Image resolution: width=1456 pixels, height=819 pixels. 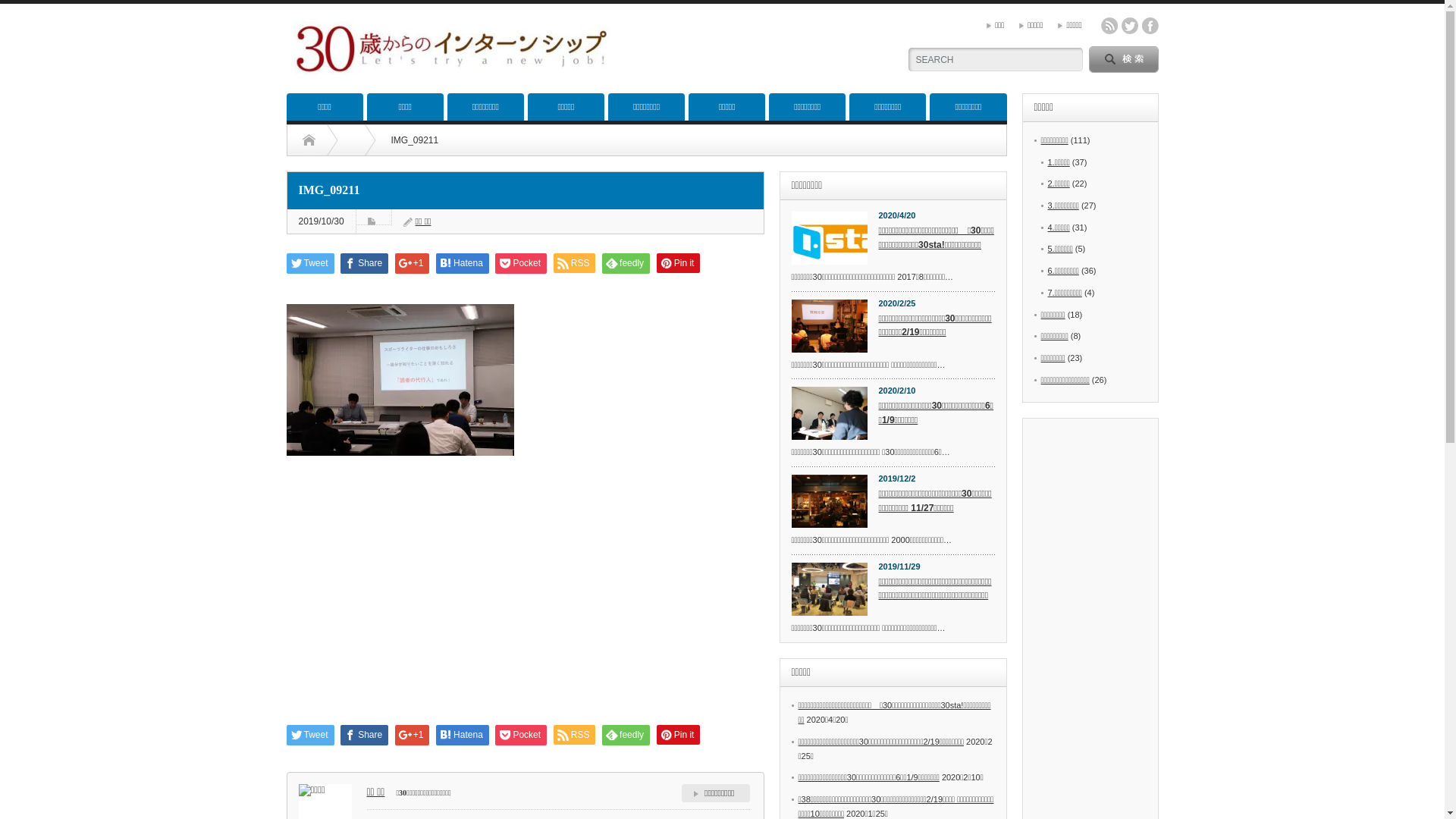 What do you see at coordinates (309, 262) in the screenshot?
I see `'Tweet'` at bounding box center [309, 262].